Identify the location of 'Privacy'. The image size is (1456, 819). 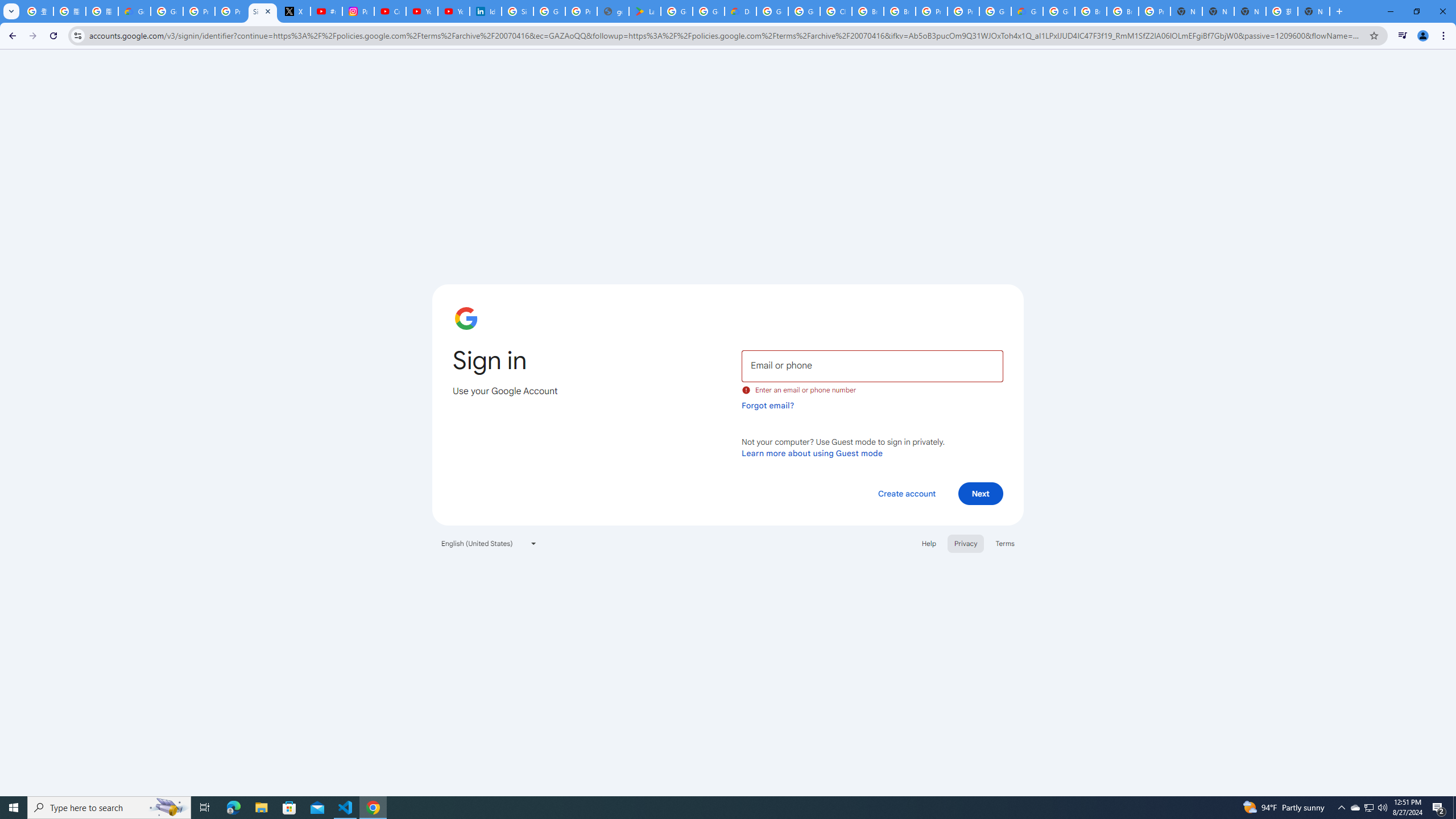
(965, 543).